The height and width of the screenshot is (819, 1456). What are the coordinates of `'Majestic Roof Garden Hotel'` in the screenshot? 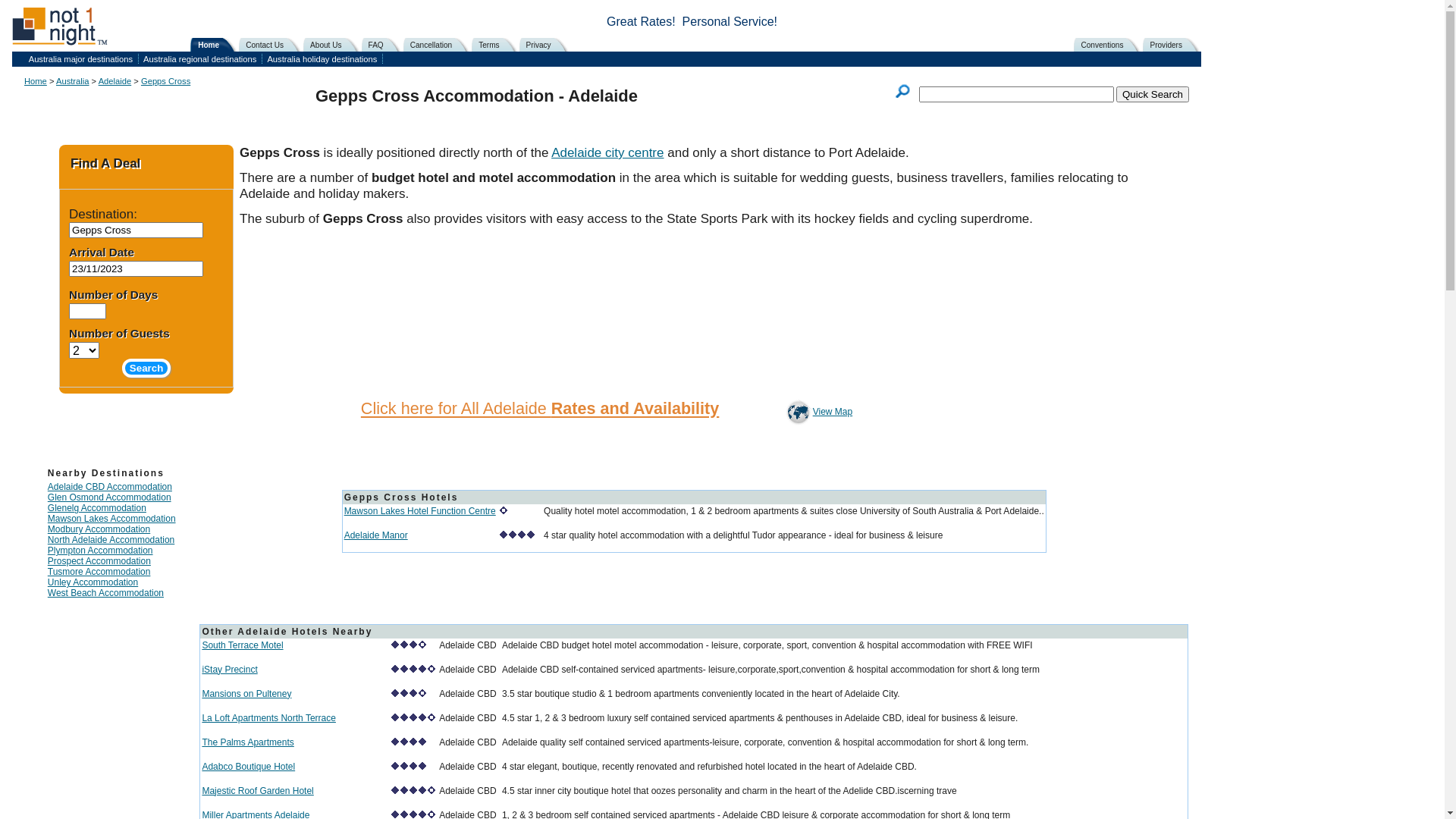 It's located at (257, 789).